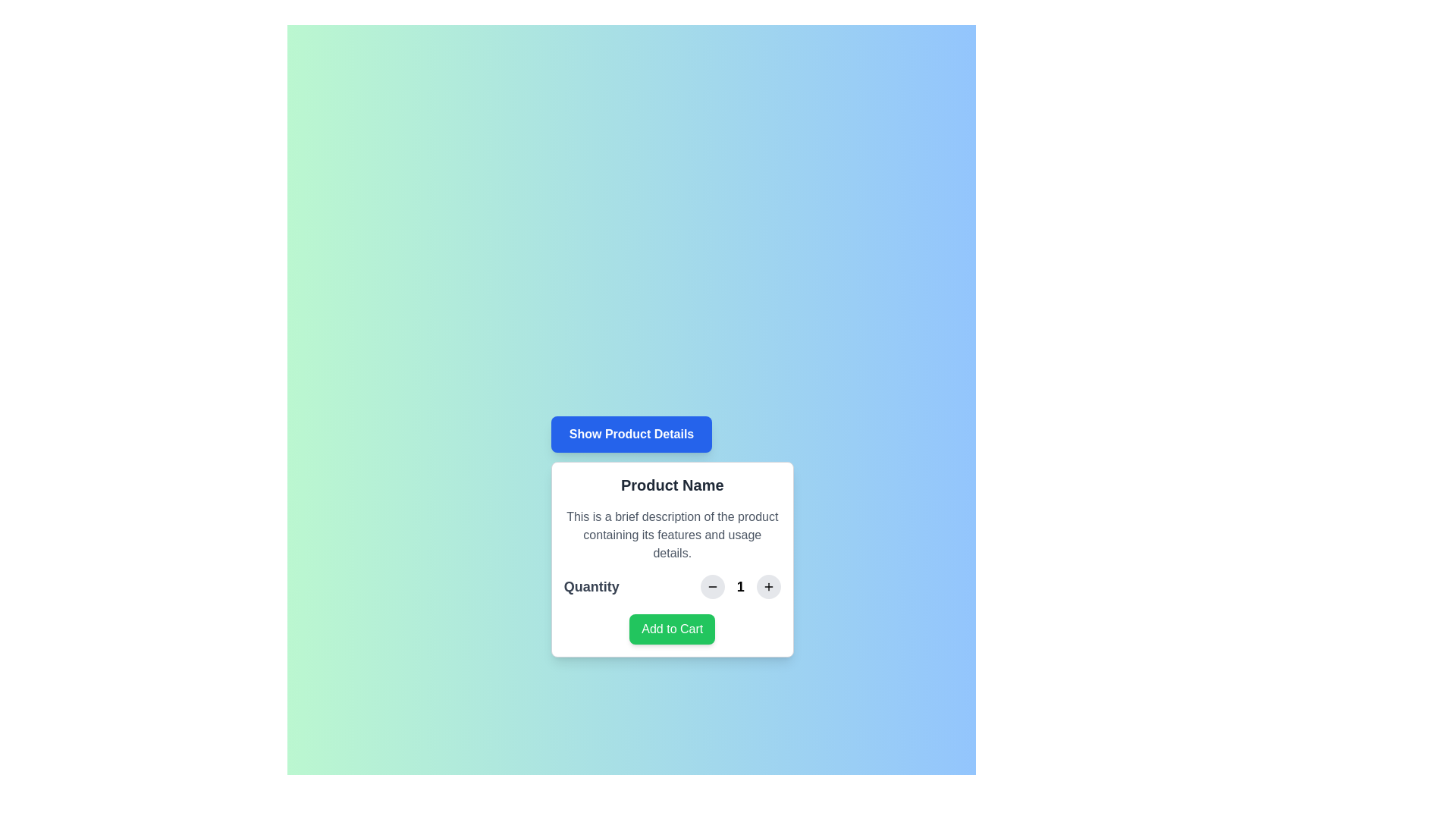 This screenshot has height=819, width=1456. I want to click on the numeral '1' label styled as text, which is centrally positioned between a minus icon on the left and a plus icon on the right in a quantity selector, so click(740, 586).